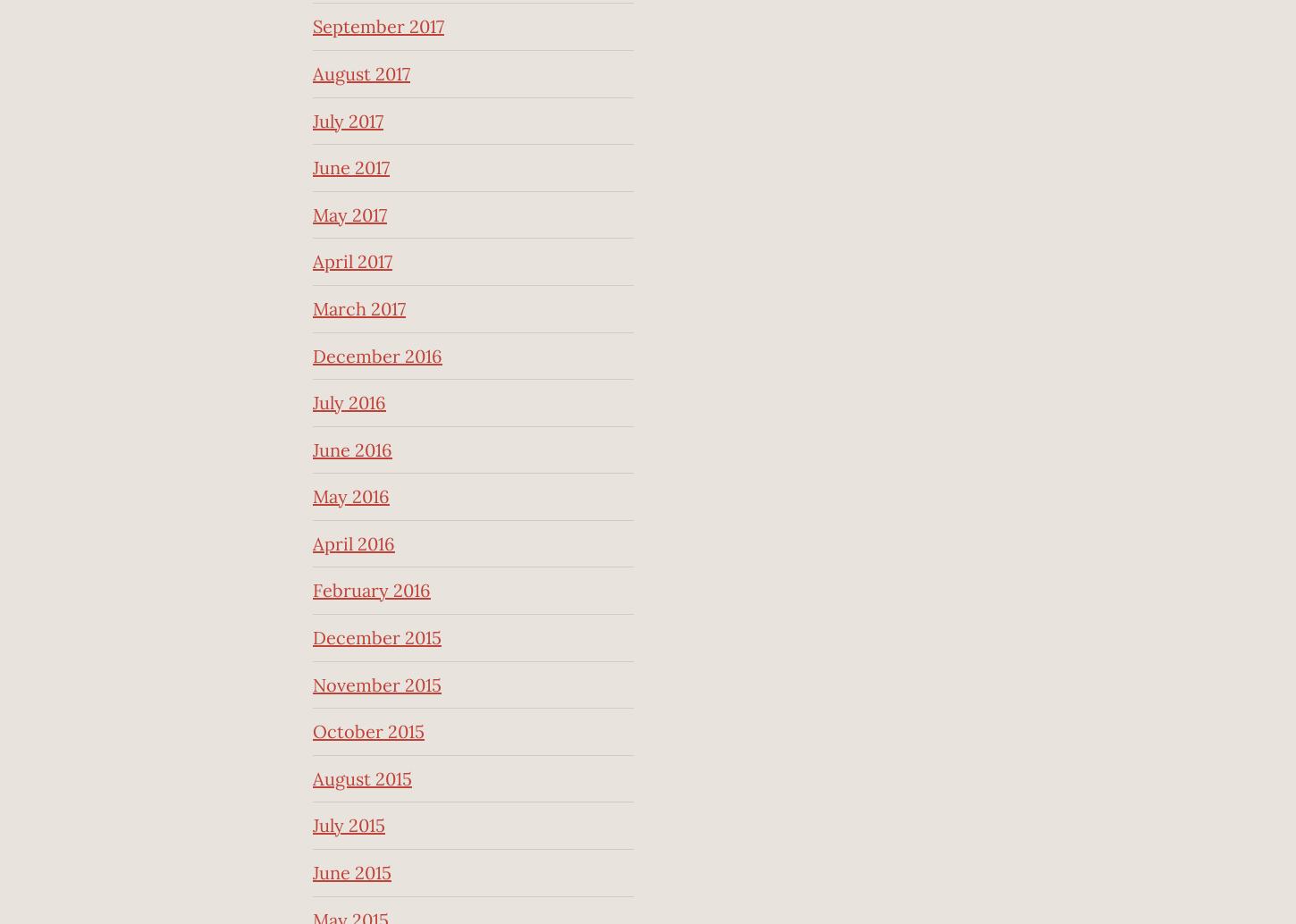 This screenshot has height=924, width=1296. Describe the element at coordinates (375, 637) in the screenshot. I see `'December 2015'` at that location.